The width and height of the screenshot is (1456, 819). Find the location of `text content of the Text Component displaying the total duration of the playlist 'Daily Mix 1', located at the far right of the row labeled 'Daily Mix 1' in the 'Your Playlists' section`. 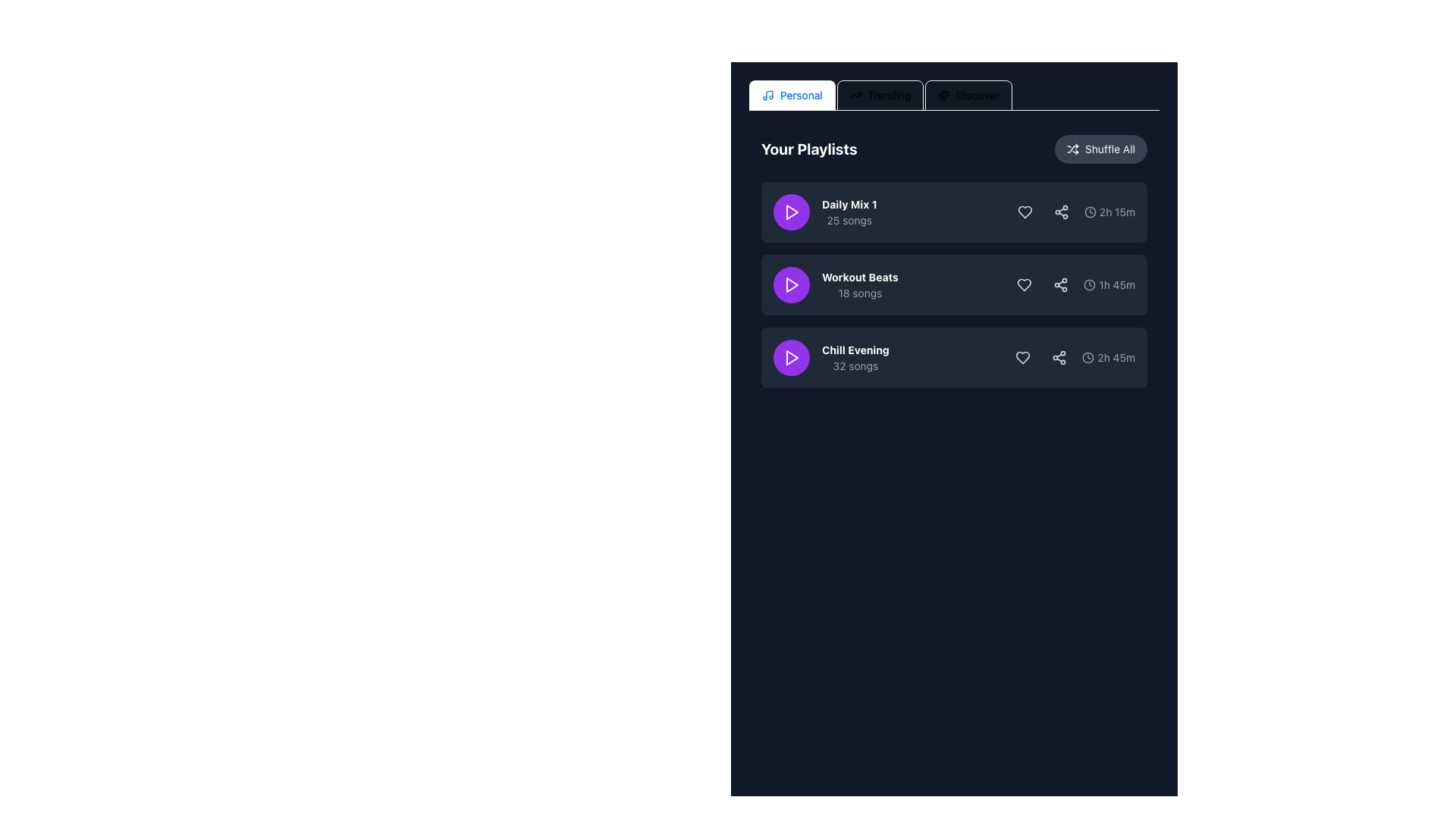

text content of the Text Component displaying the total duration of the playlist 'Daily Mix 1', located at the far right of the row labeled 'Daily Mix 1' in the 'Your Playlists' section is located at coordinates (1117, 212).